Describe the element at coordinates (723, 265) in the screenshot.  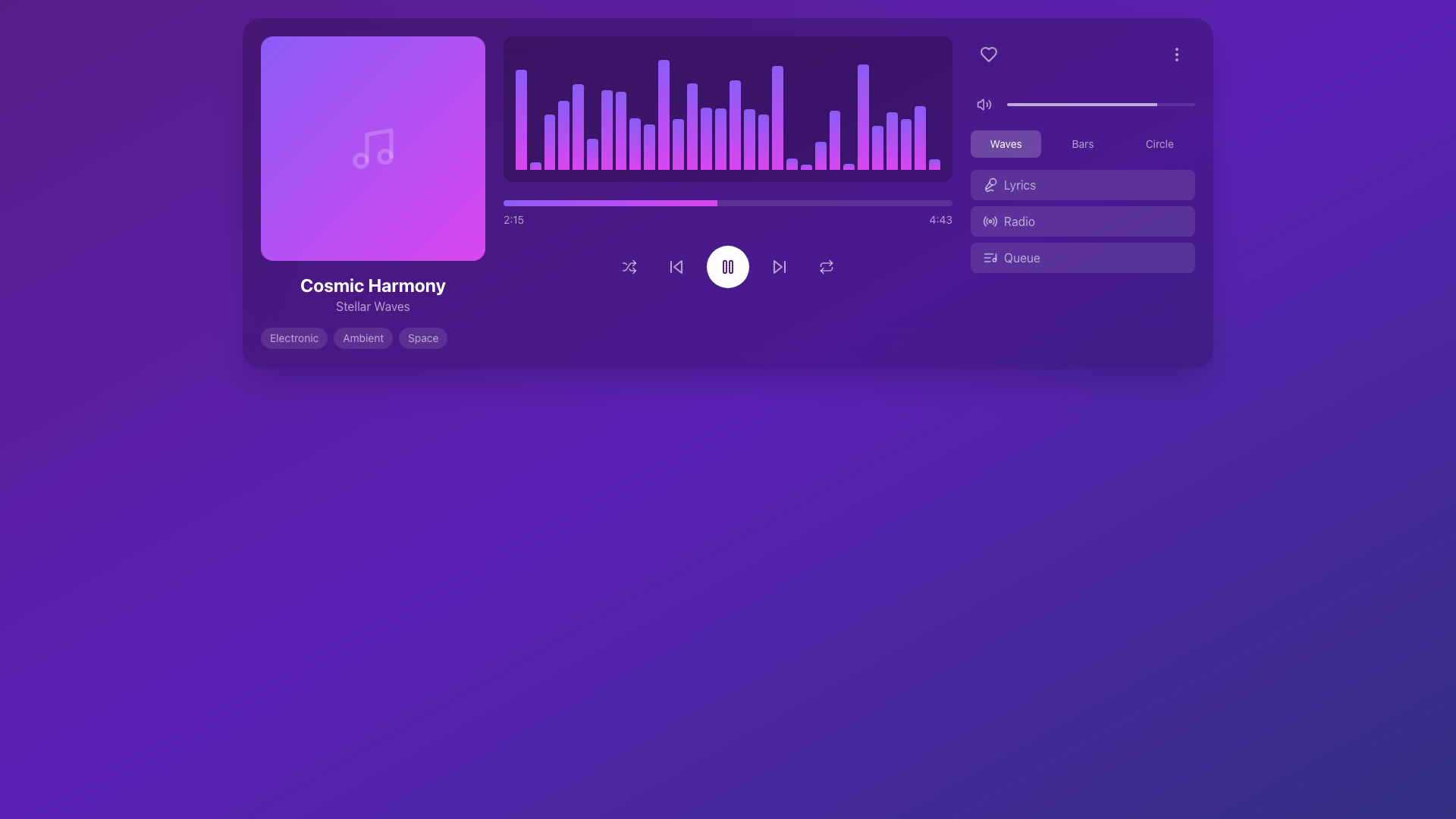
I see `the left bar of the pause icon, which is part of the pause button in the center of the playback controls` at that location.